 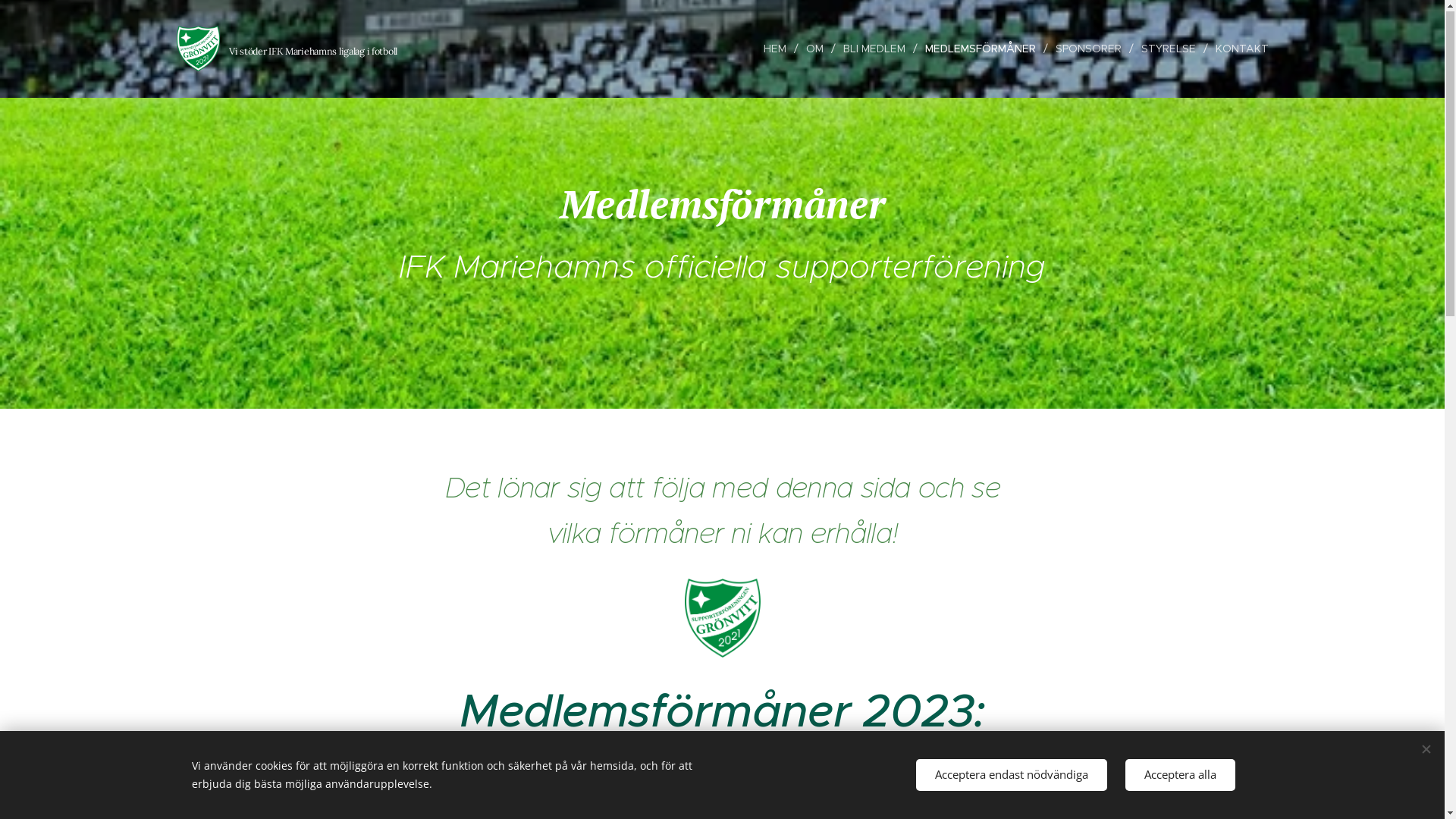 What do you see at coordinates (1179, 775) in the screenshot?
I see `'Acceptera alla'` at bounding box center [1179, 775].